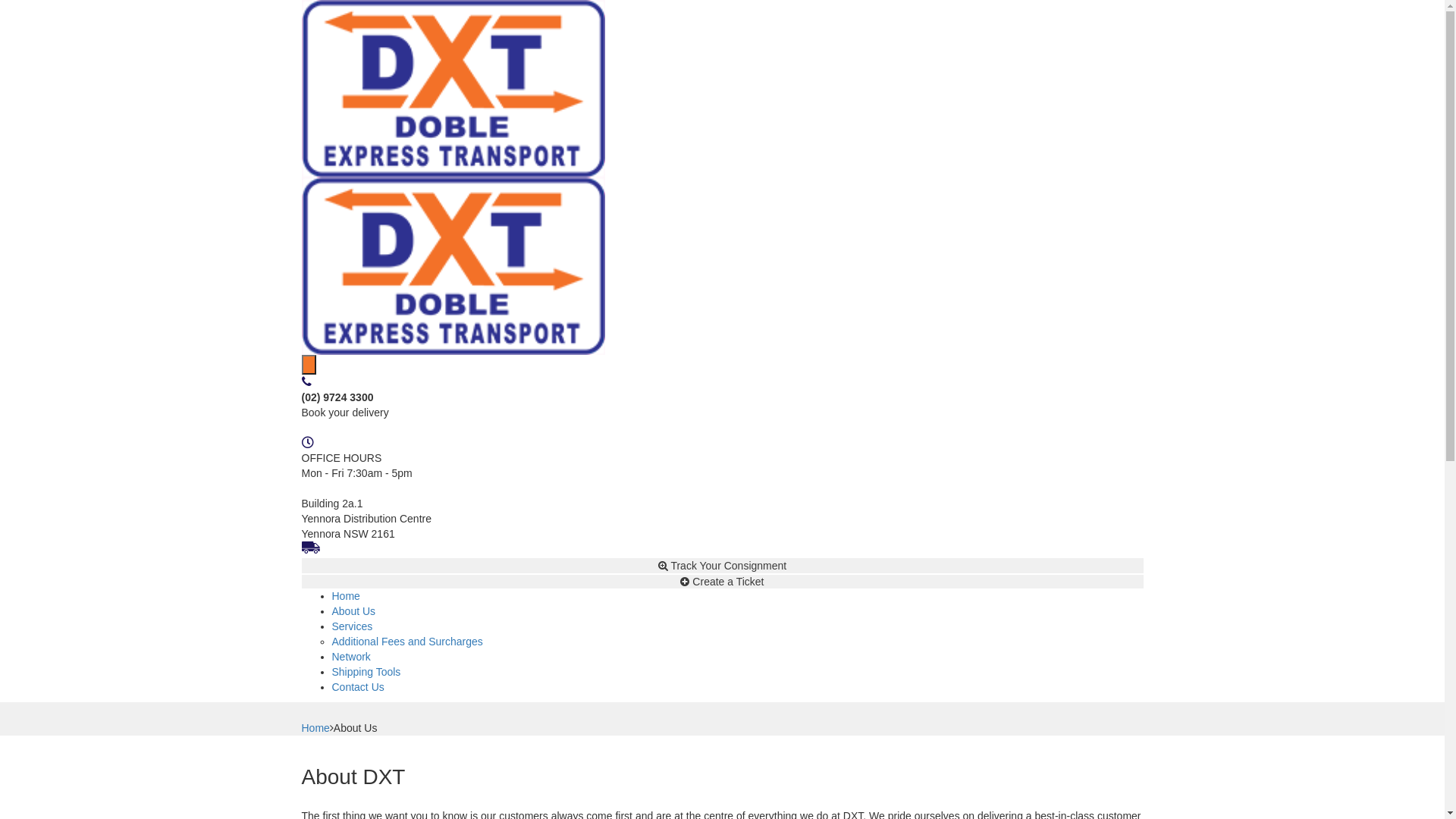 This screenshot has width=1456, height=819. I want to click on 'Home', so click(345, 595).